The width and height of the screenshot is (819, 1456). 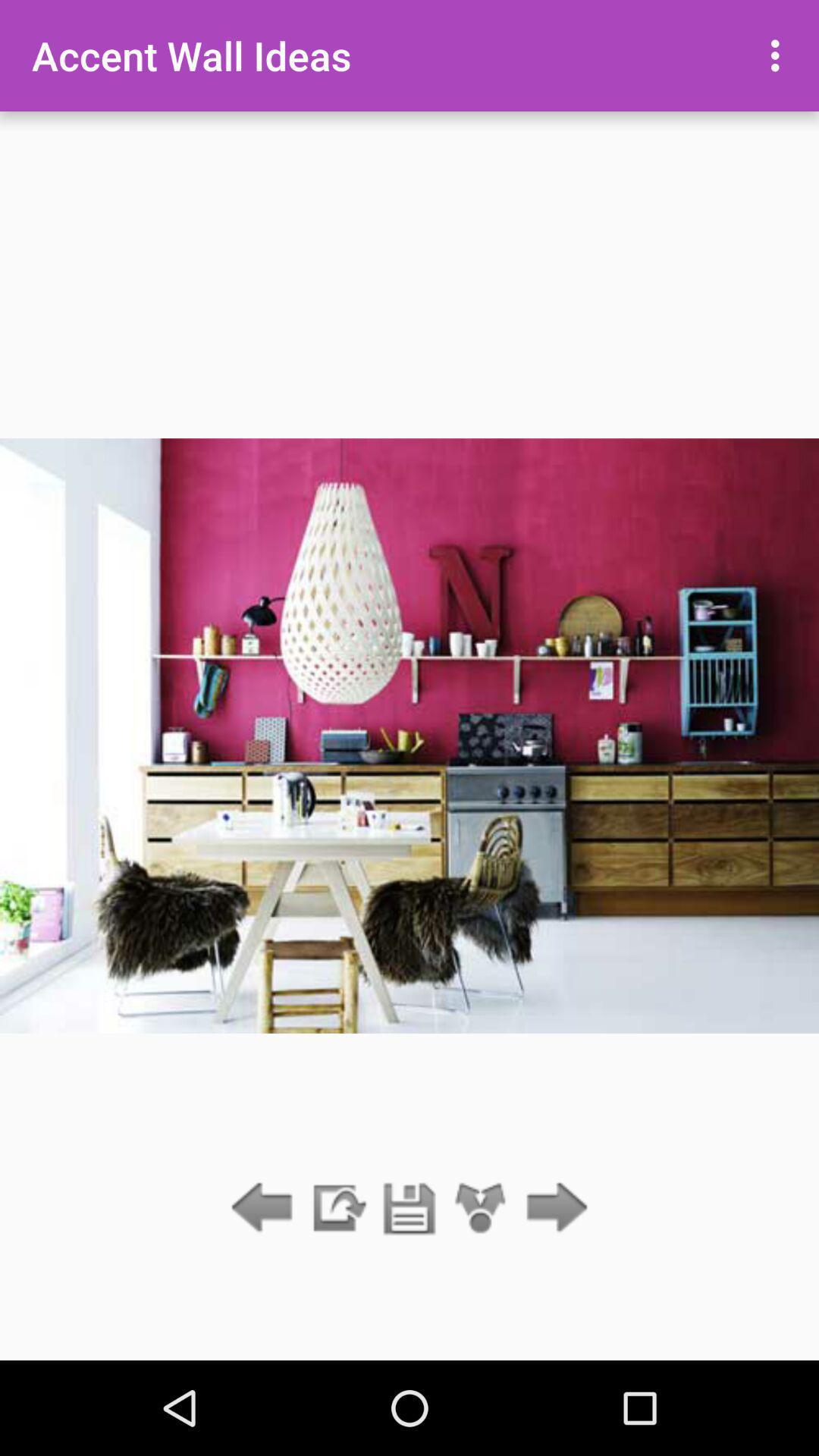 I want to click on save, so click(x=409, y=1208).